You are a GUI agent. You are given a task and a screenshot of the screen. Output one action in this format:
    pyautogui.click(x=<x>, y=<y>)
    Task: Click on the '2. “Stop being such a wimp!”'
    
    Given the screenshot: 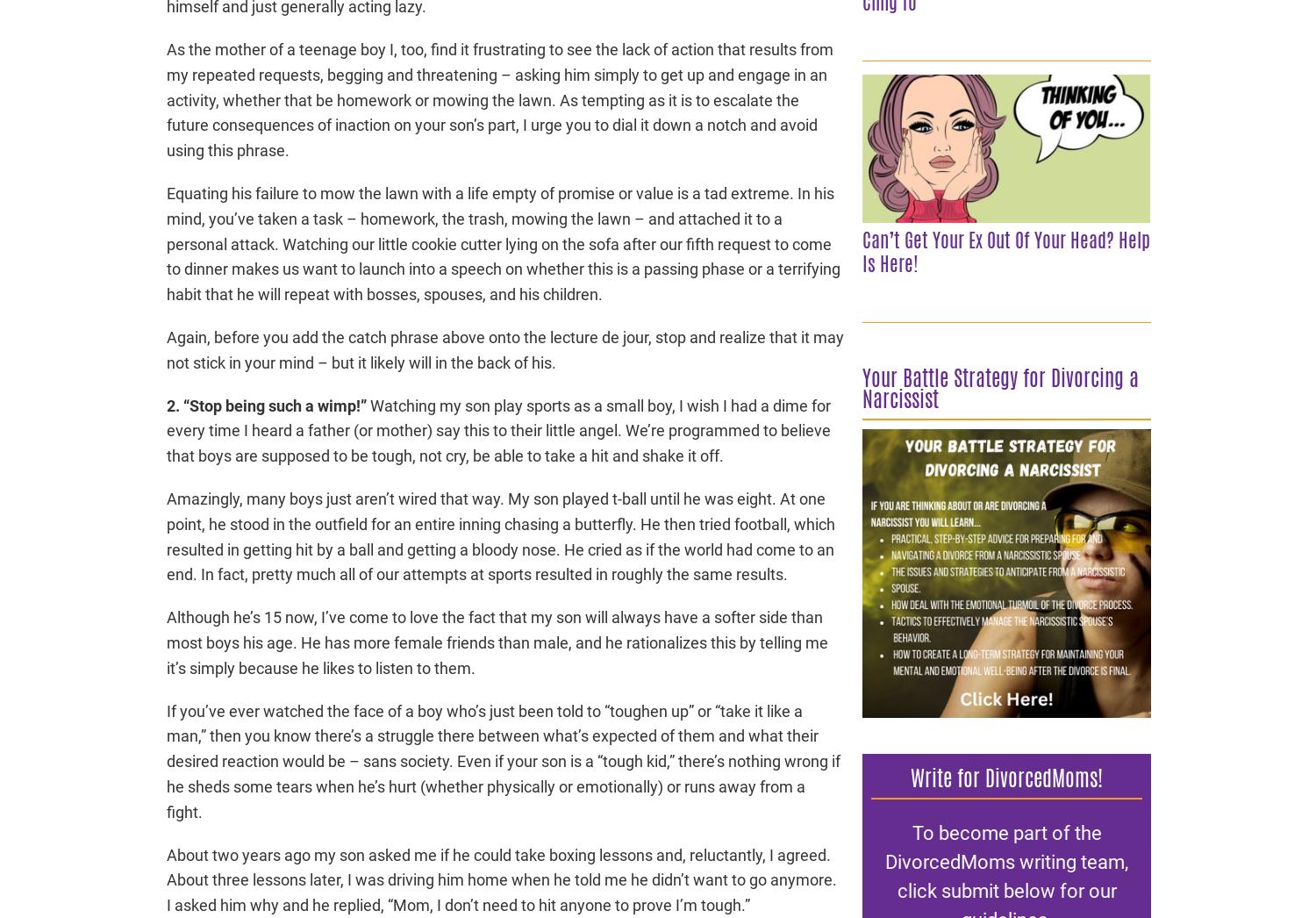 What is the action you would take?
    pyautogui.click(x=267, y=404)
    